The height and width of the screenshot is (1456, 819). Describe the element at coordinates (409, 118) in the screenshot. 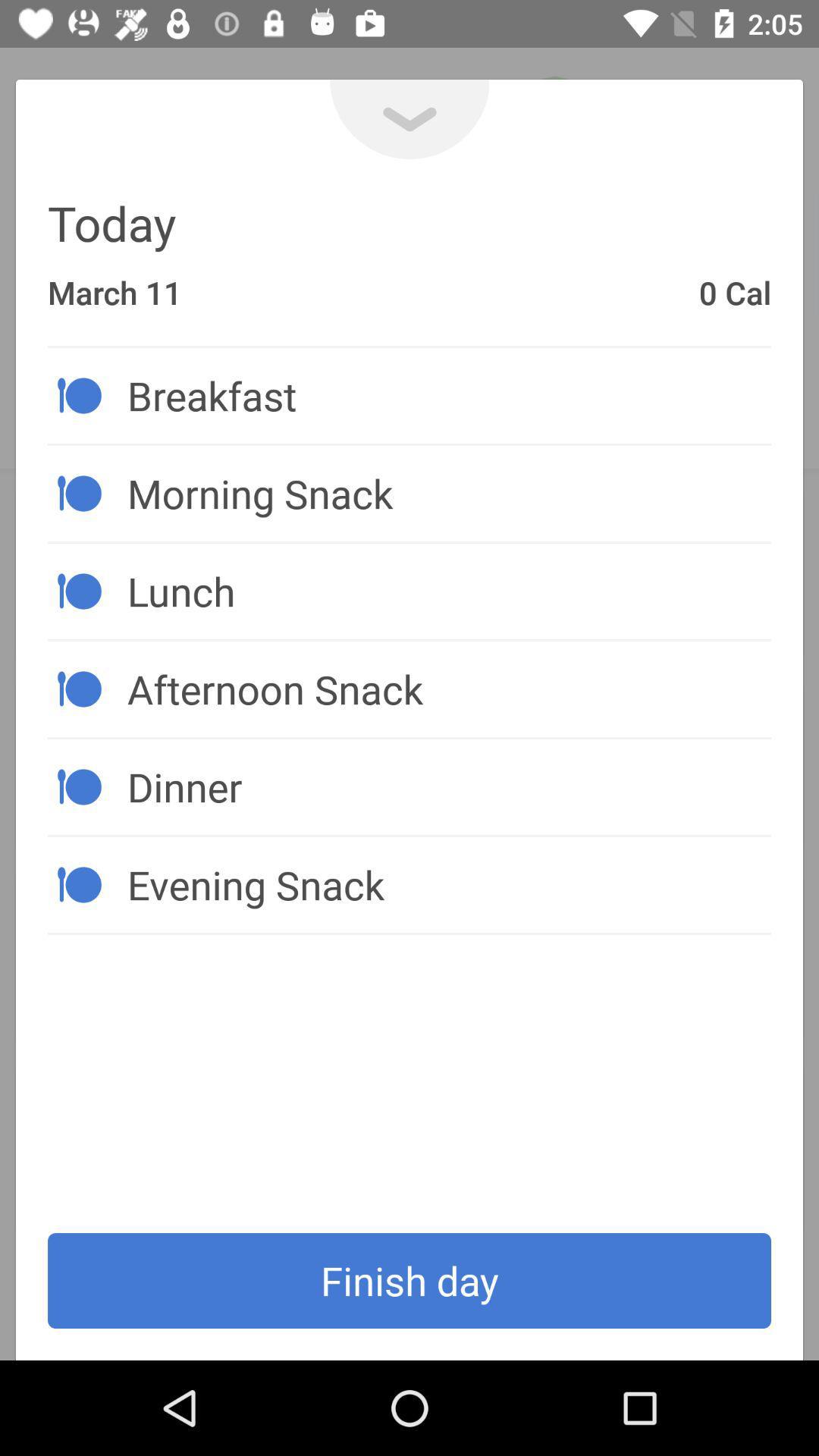

I see `the icon above the 0 cal item` at that location.